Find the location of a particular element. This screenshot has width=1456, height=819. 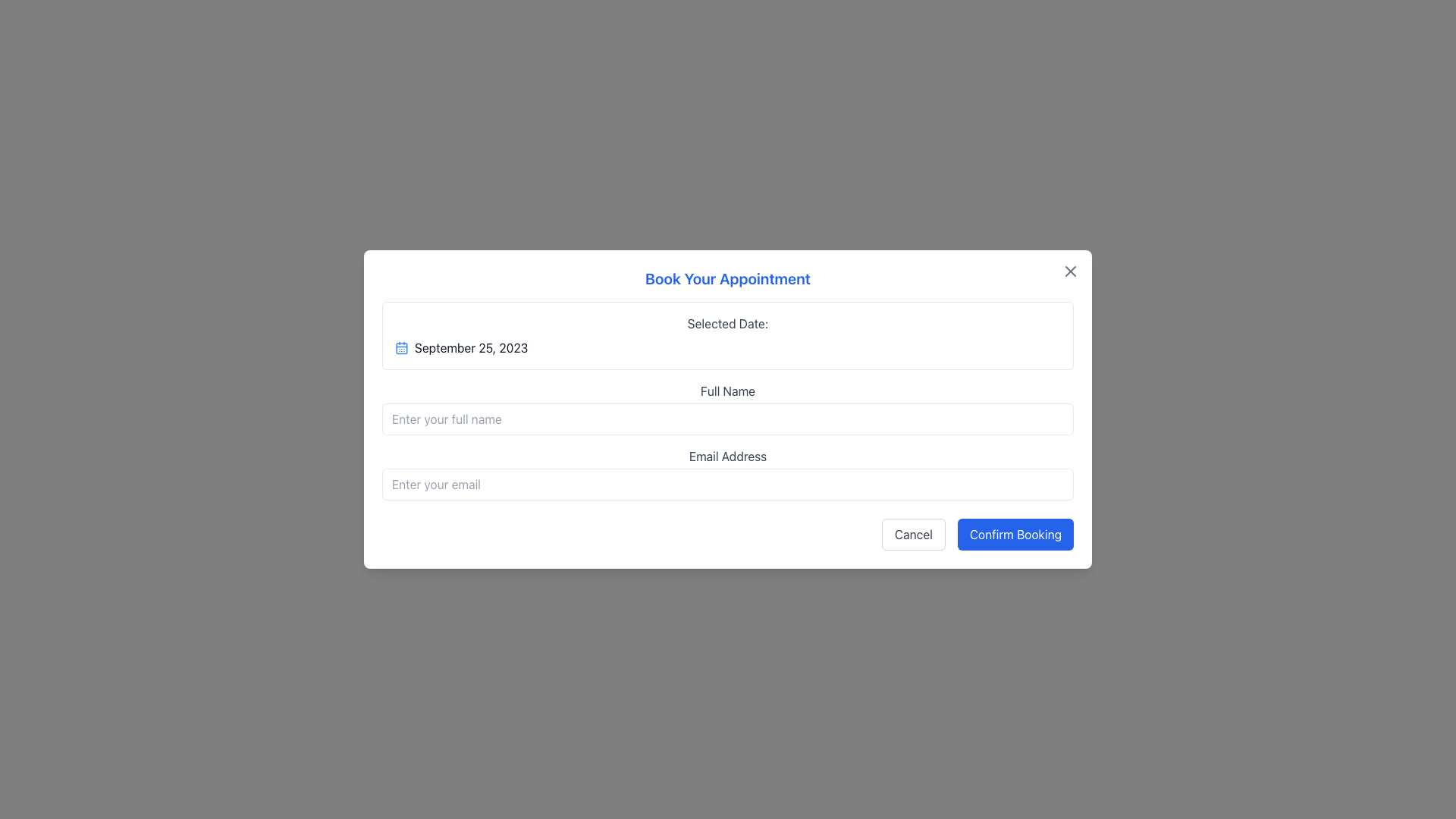

the Close Icon located in the top-right corner of the 'Book Your Appointment' modal is located at coordinates (1069, 271).